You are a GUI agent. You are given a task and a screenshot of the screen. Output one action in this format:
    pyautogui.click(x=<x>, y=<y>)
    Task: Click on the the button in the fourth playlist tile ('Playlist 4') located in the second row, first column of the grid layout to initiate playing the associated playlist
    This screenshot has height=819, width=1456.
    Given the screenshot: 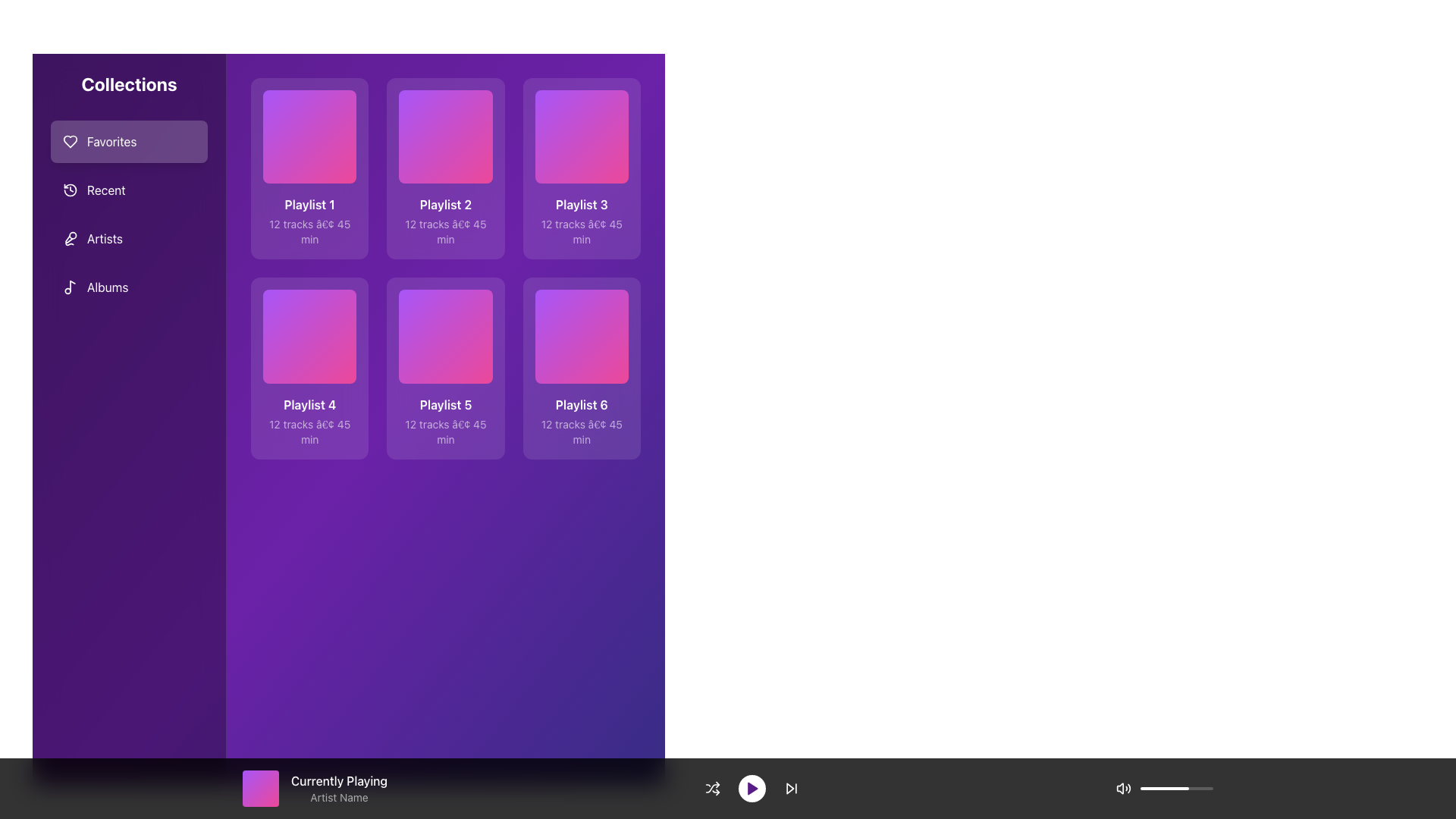 What is the action you would take?
    pyautogui.click(x=309, y=335)
    